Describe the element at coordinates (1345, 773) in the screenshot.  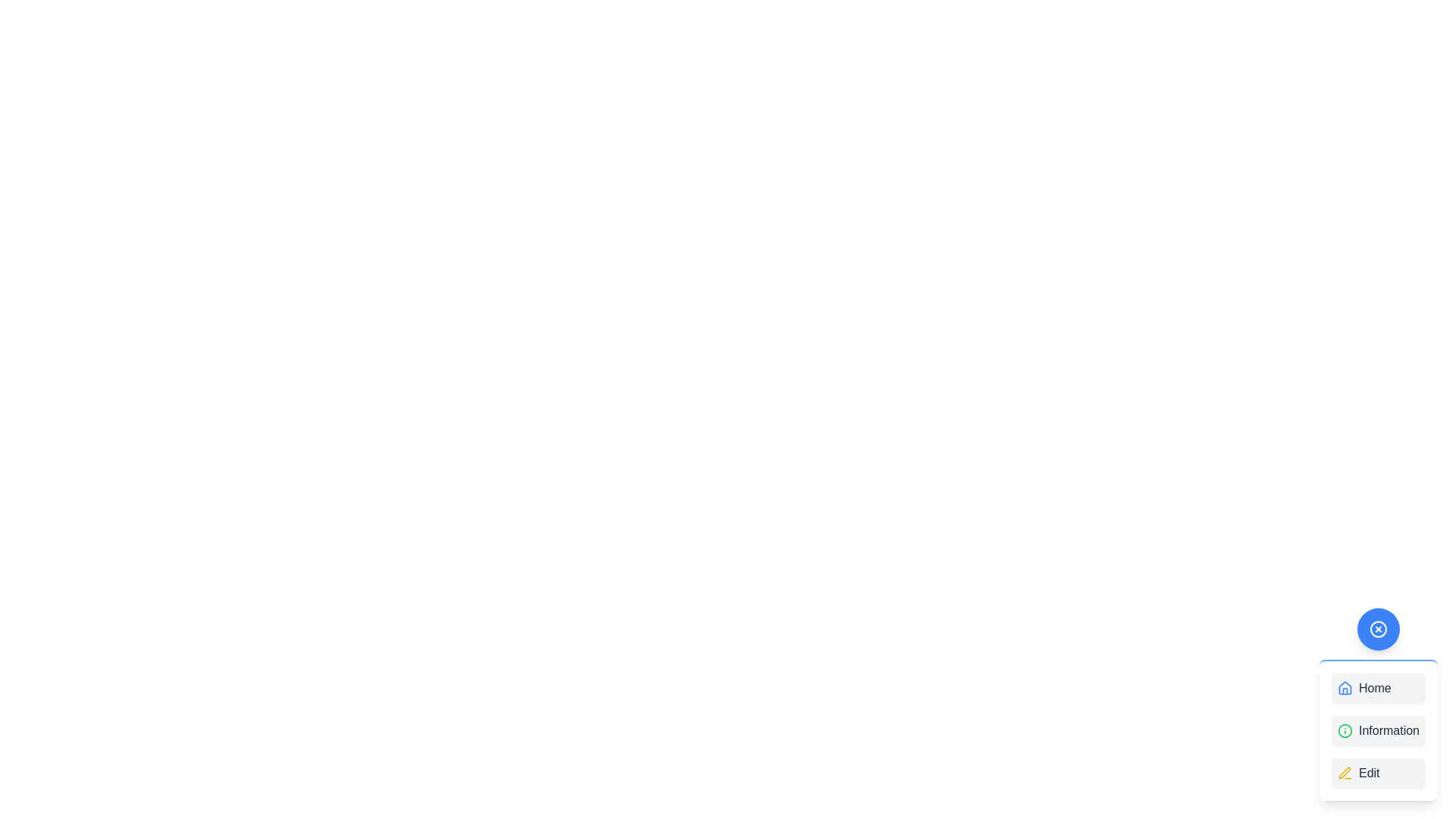
I see `the editing icon located on the left side of the 'Edit' button, which is part of a vertical list of options including 'Home', 'Information', and 'Edit' in the bottom-right corner of the interface` at that location.